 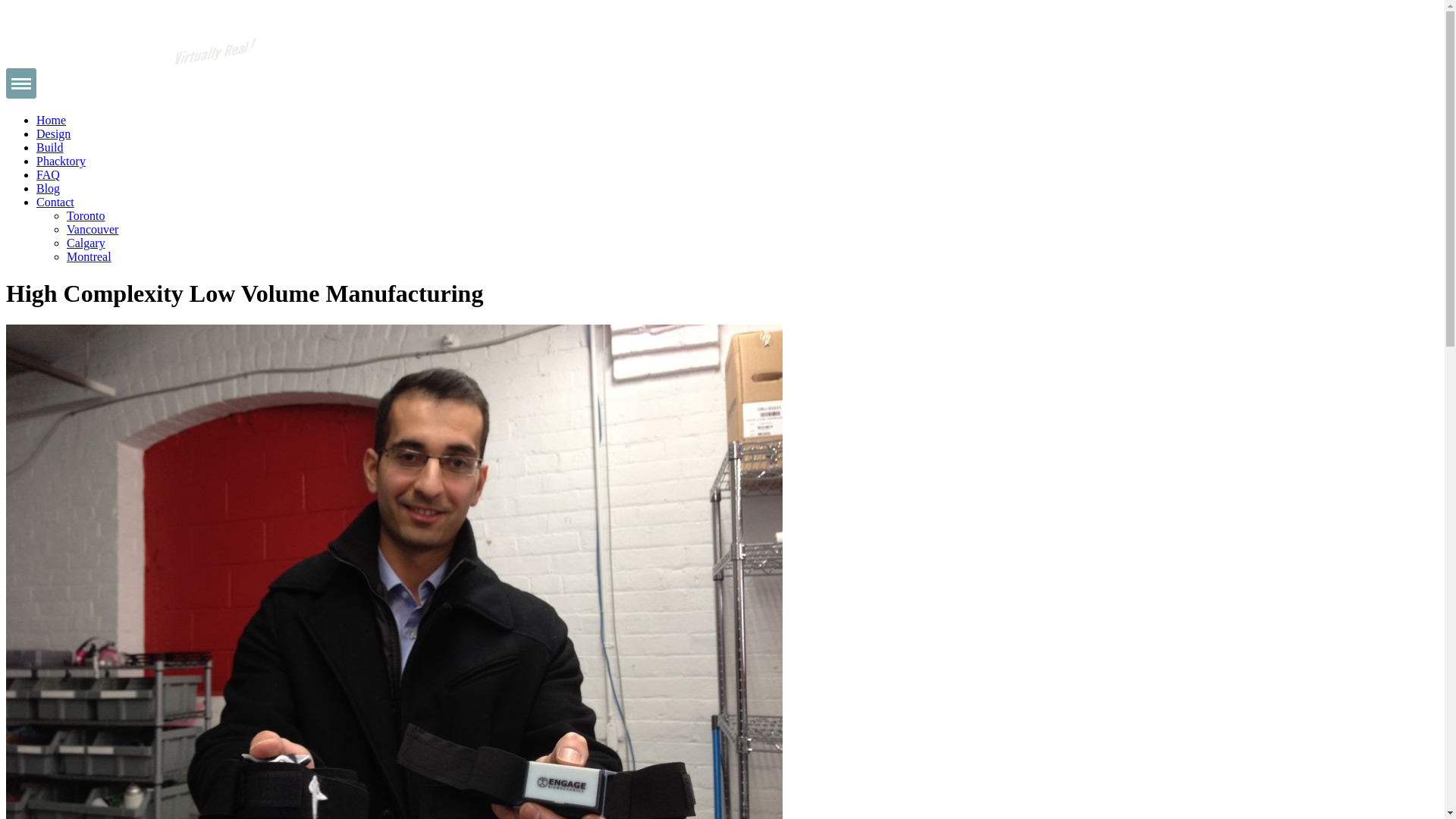 What do you see at coordinates (65, 242) in the screenshot?
I see `'Calgary'` at bounding box center [65, 242].